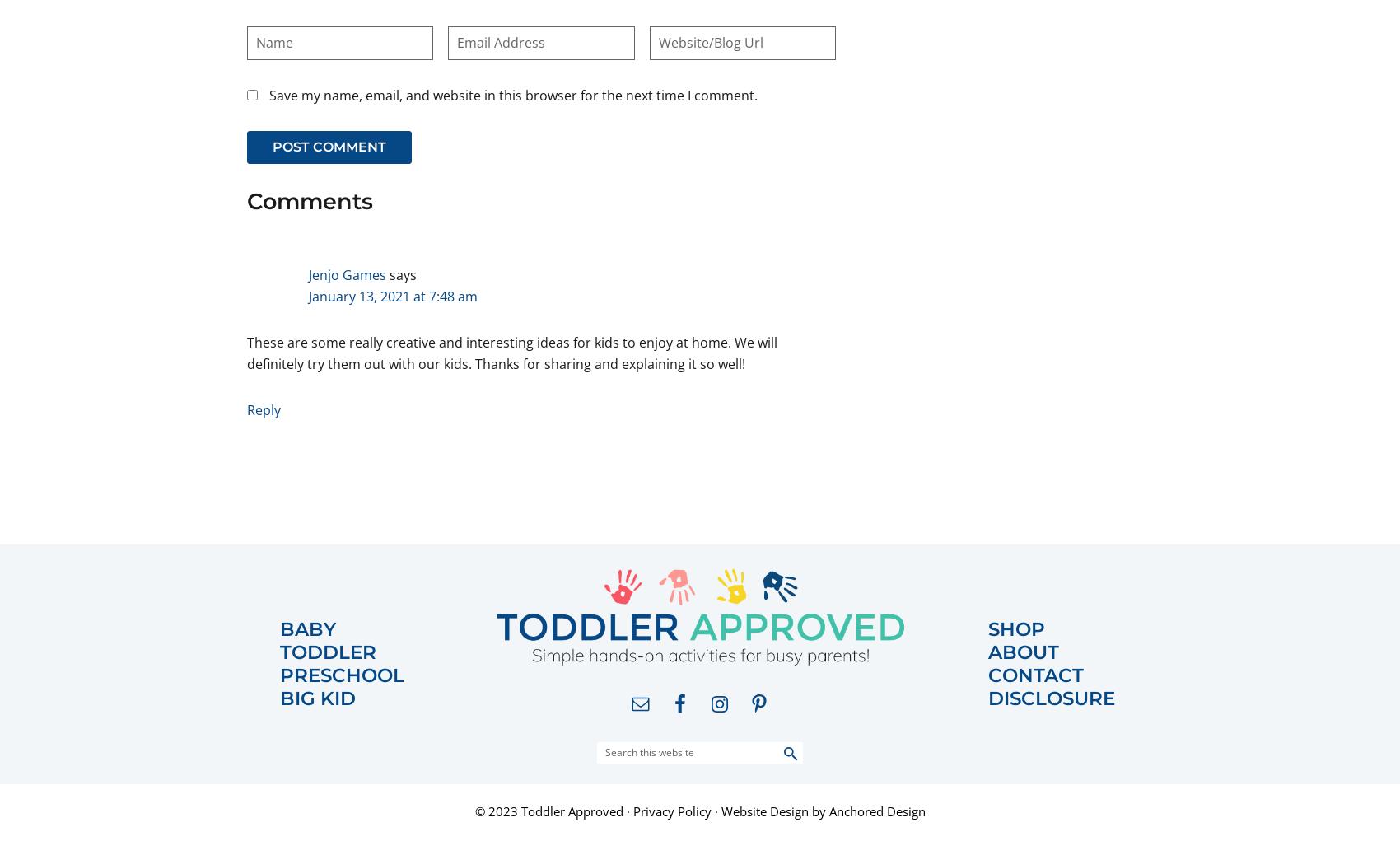 The image size is (1400, 841). What do you see at coordinates (553, 811) in the screenshot?
I see `'© 2023 Toddler Approved ·'` at bounding box center [553, 811].